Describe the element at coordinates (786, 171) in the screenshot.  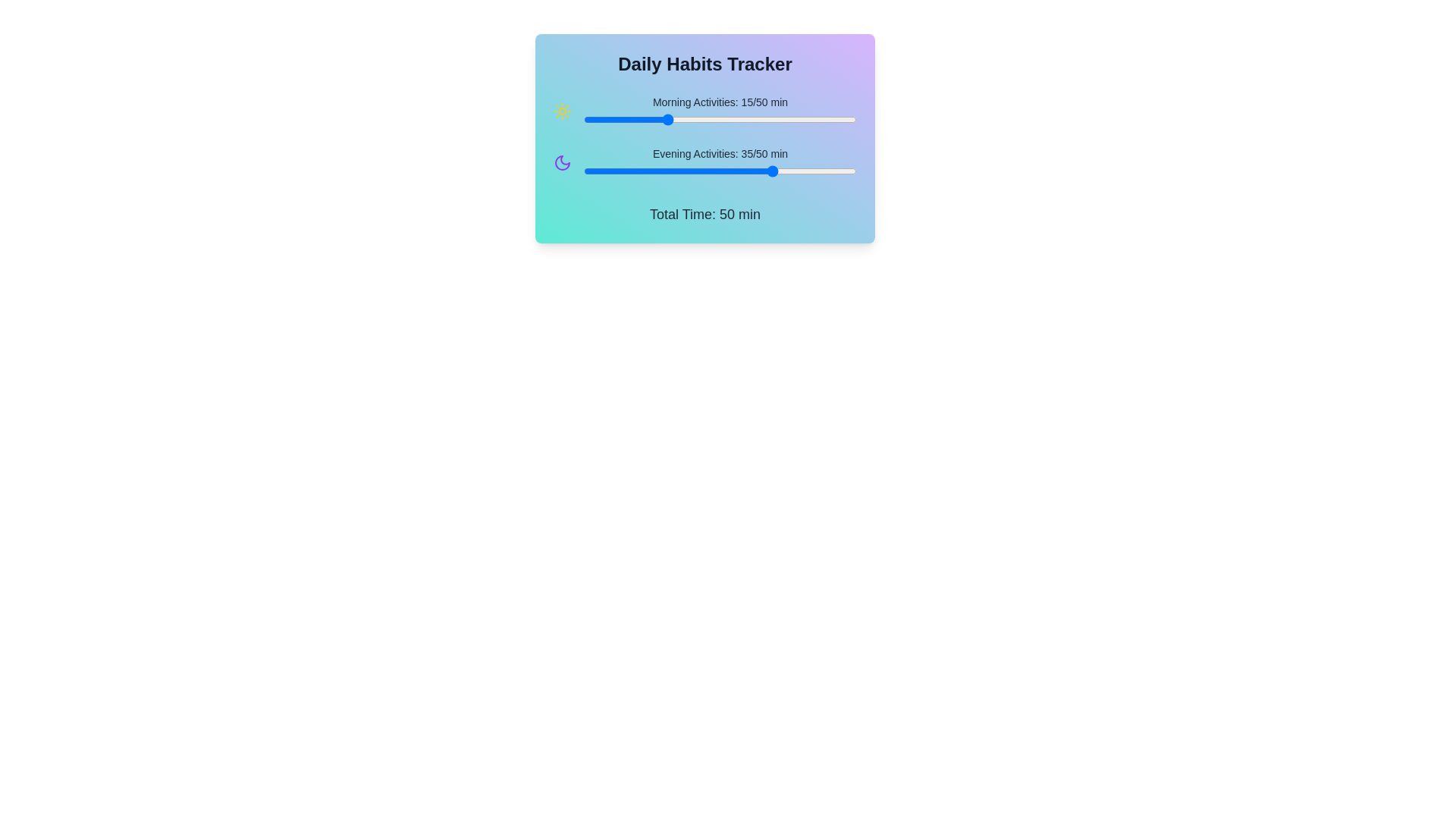
I see `evening activity time` at that location.